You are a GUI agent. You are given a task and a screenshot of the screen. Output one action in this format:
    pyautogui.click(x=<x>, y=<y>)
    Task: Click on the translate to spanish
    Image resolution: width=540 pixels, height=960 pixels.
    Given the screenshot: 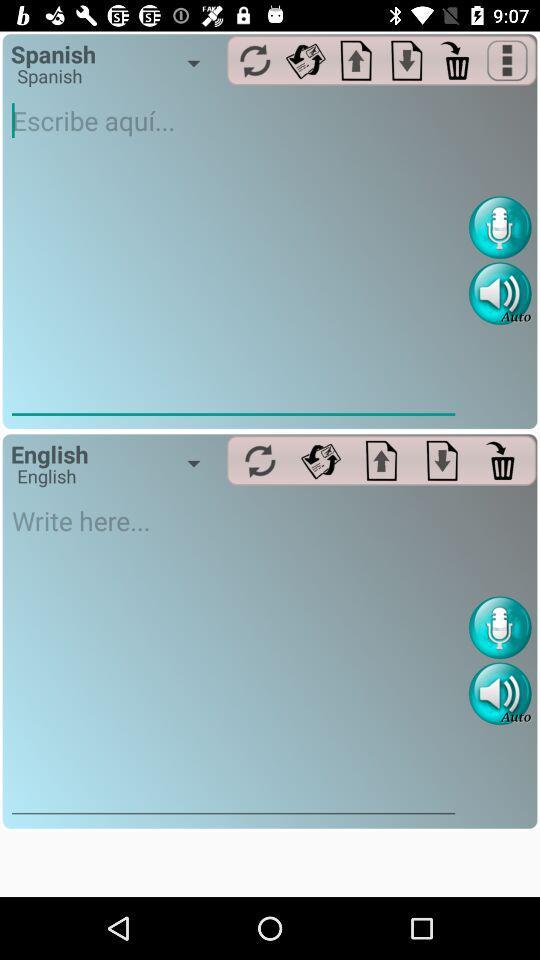 What is the action you would take?
    pyautogui.click(x=260, y=460)
    